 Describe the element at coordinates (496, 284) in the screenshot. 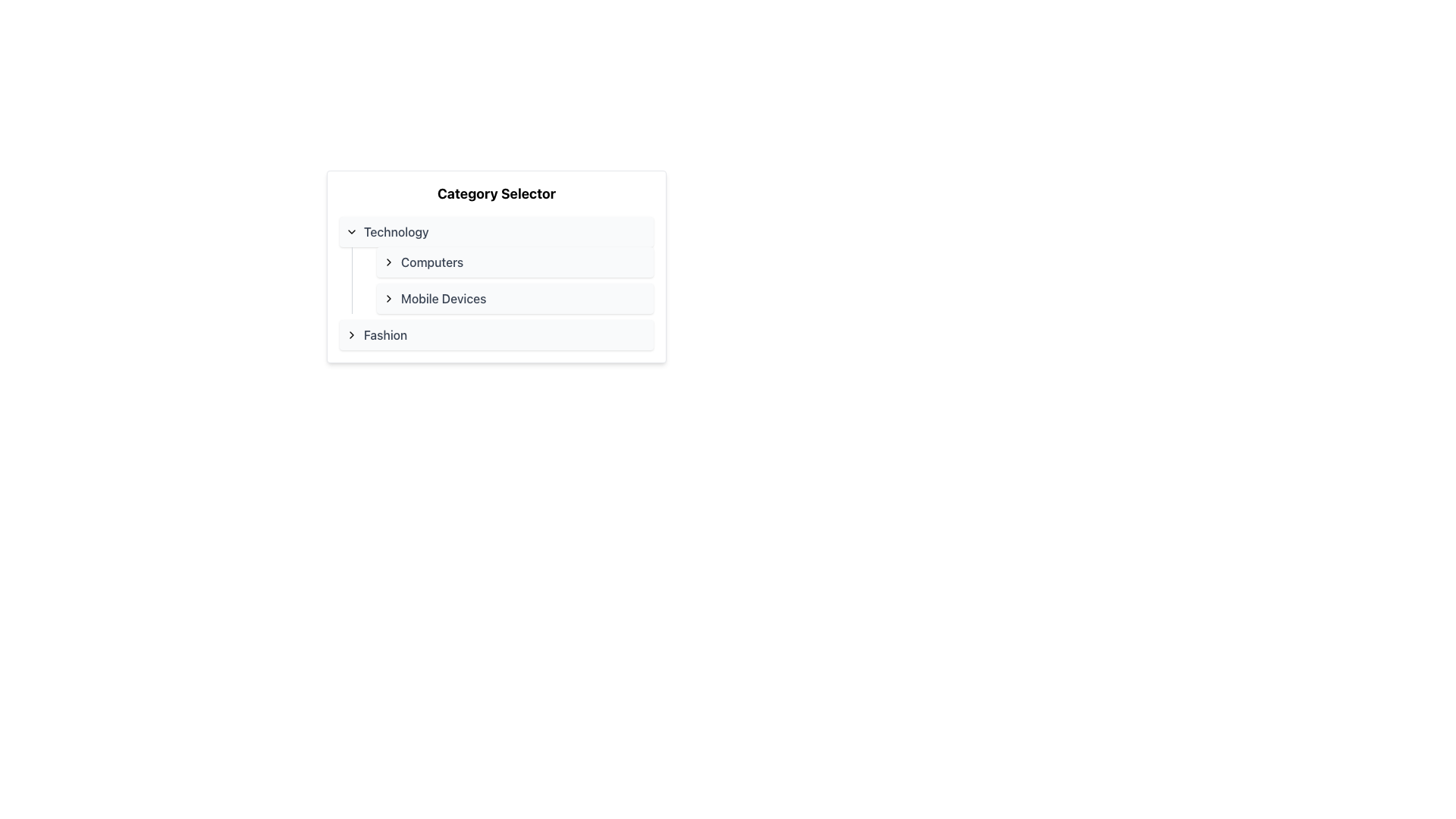

I see `the 'Mobile Devices' list item within the collapsible/expandable list in the 'Technology' section` at that location.